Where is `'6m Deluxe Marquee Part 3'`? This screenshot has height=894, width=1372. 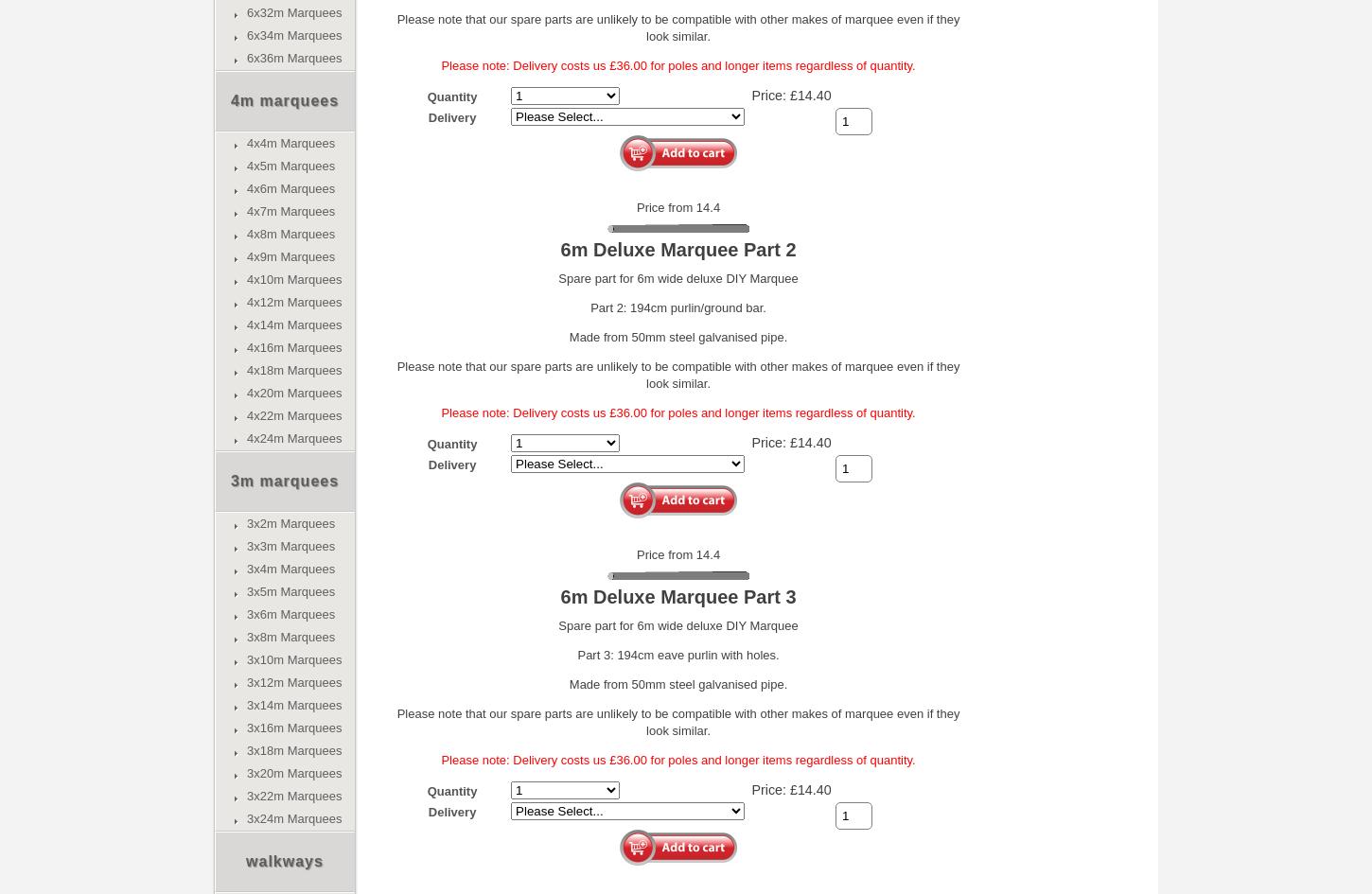 '6m Deluxe Marquee Part 3' is located at coordinates (677, 595).